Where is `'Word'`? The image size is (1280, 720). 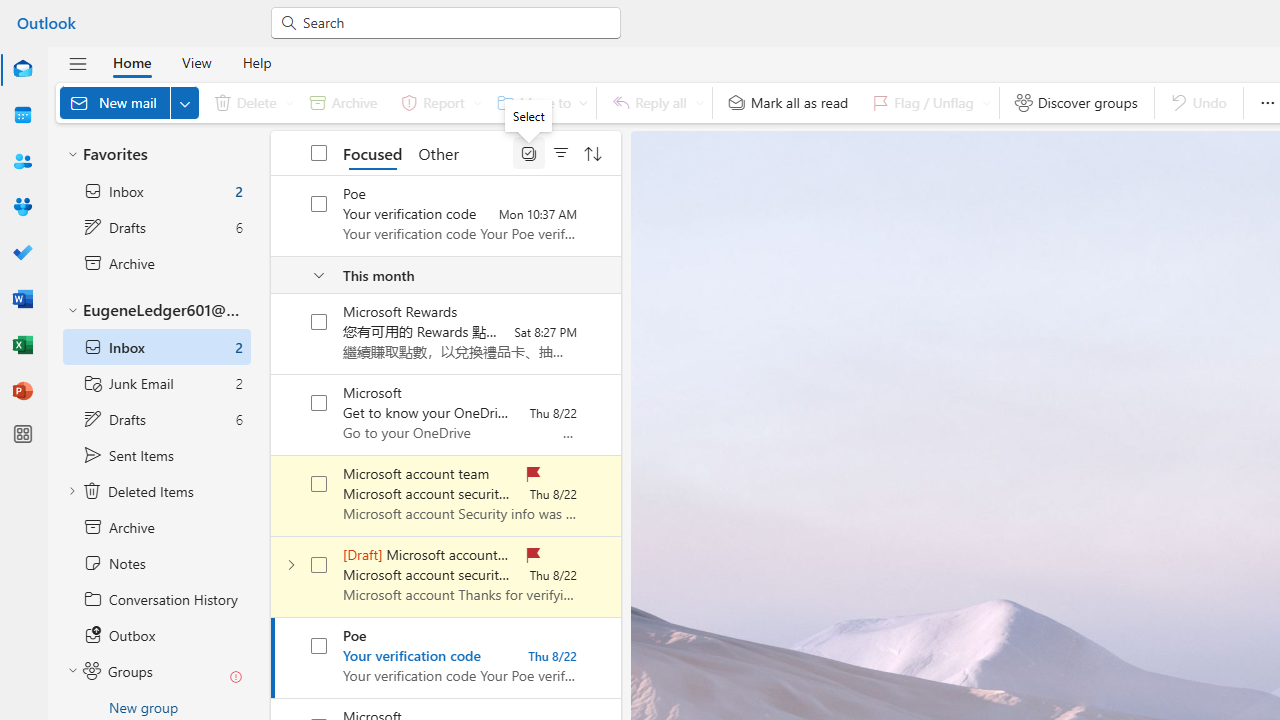
'Word' is located at coordinates (23, 298).